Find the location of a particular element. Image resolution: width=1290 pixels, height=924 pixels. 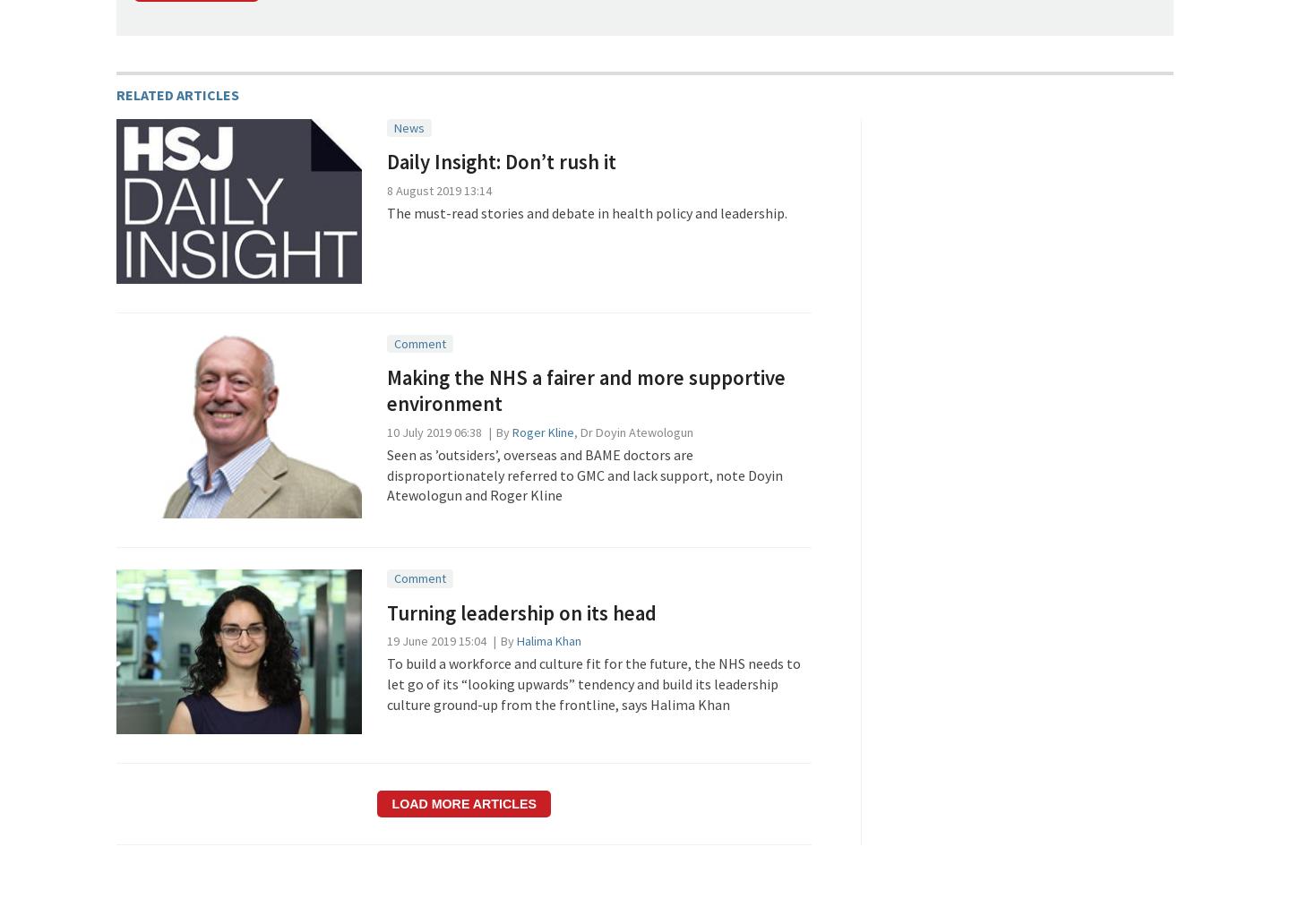

'8 August 2019 13:14' is located at coordinates (437, 190).